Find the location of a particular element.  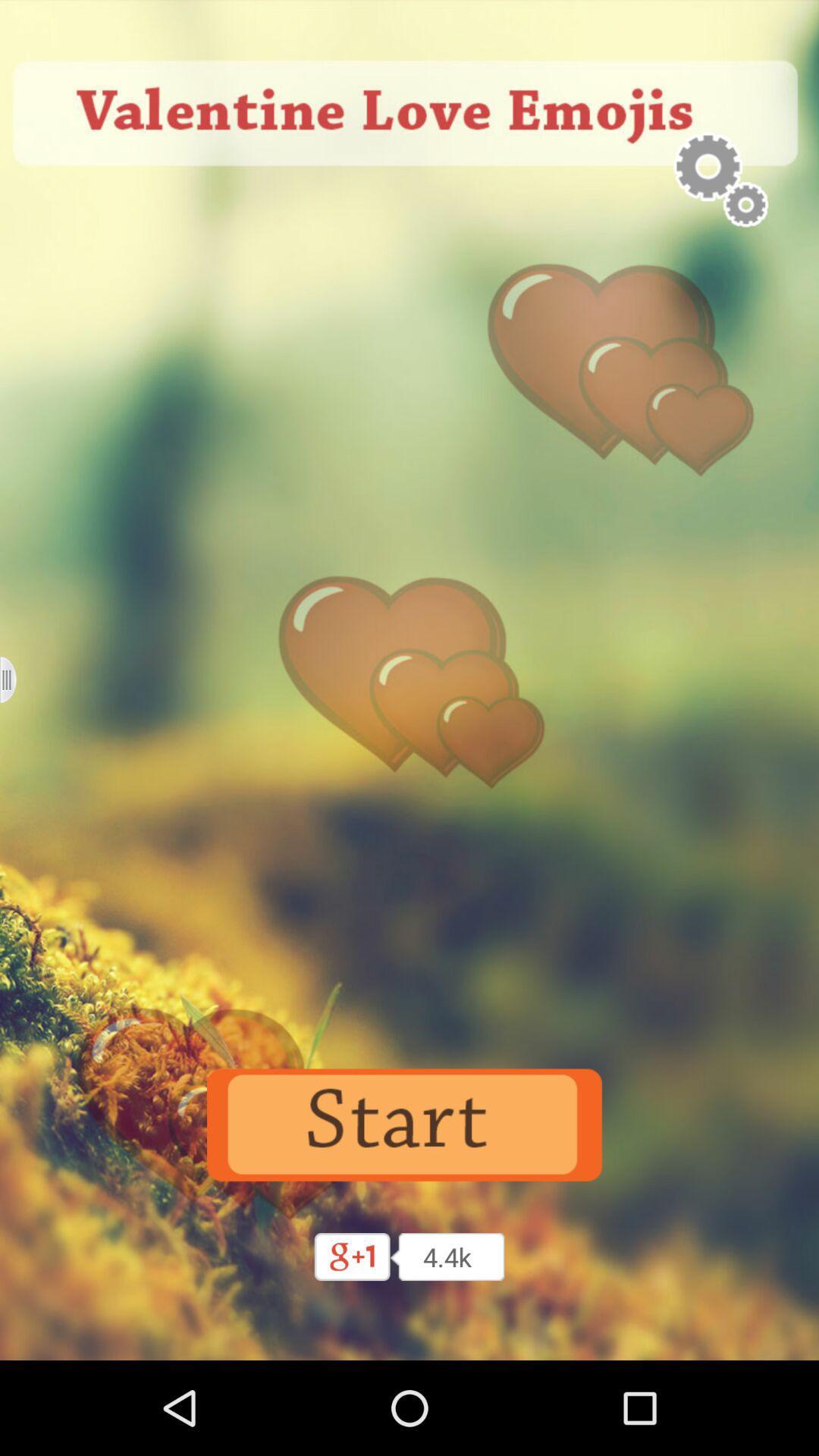

start is located at coordinates (409, 1125).